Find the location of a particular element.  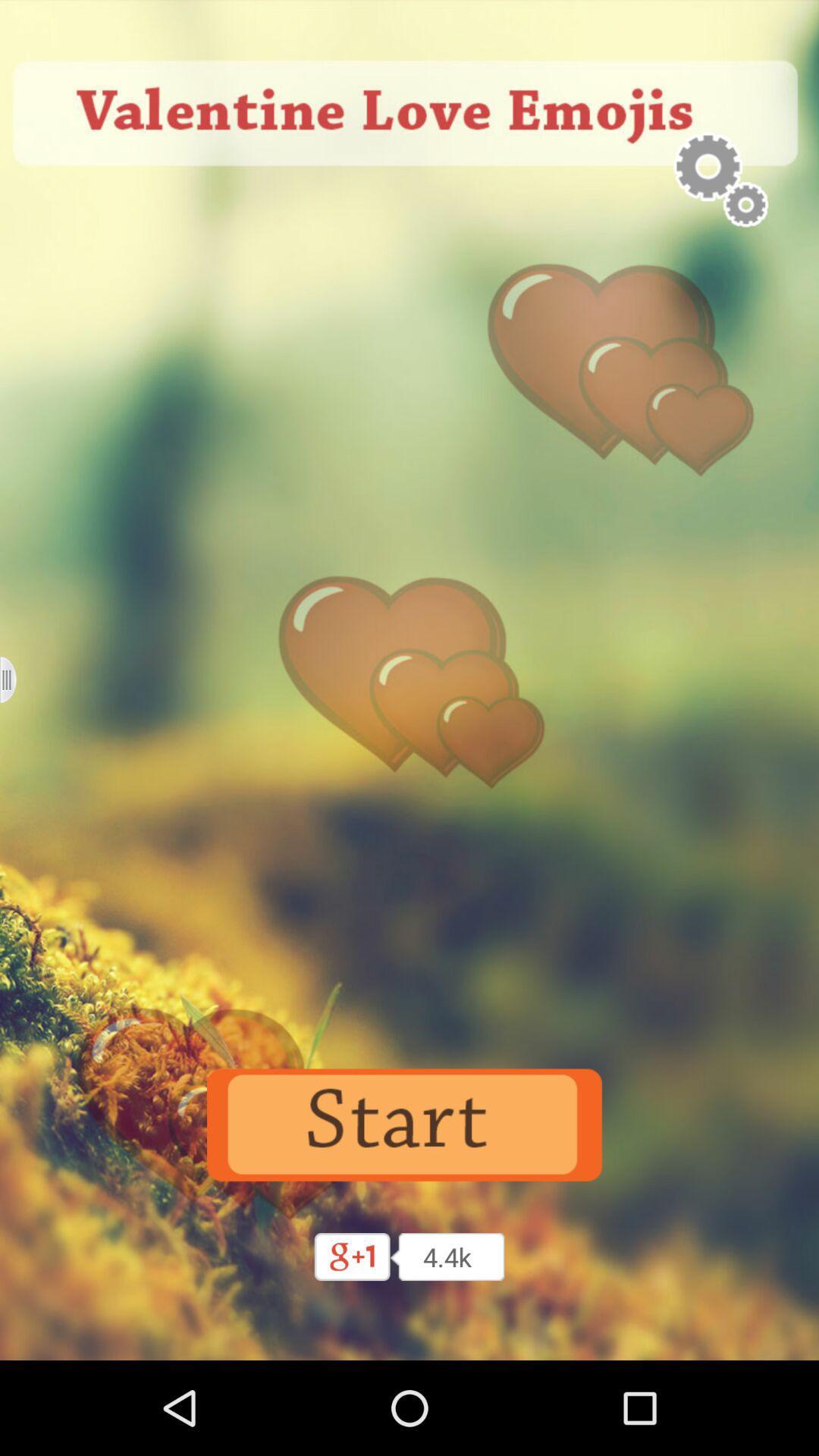

start is located at coordinates (409, 1125).